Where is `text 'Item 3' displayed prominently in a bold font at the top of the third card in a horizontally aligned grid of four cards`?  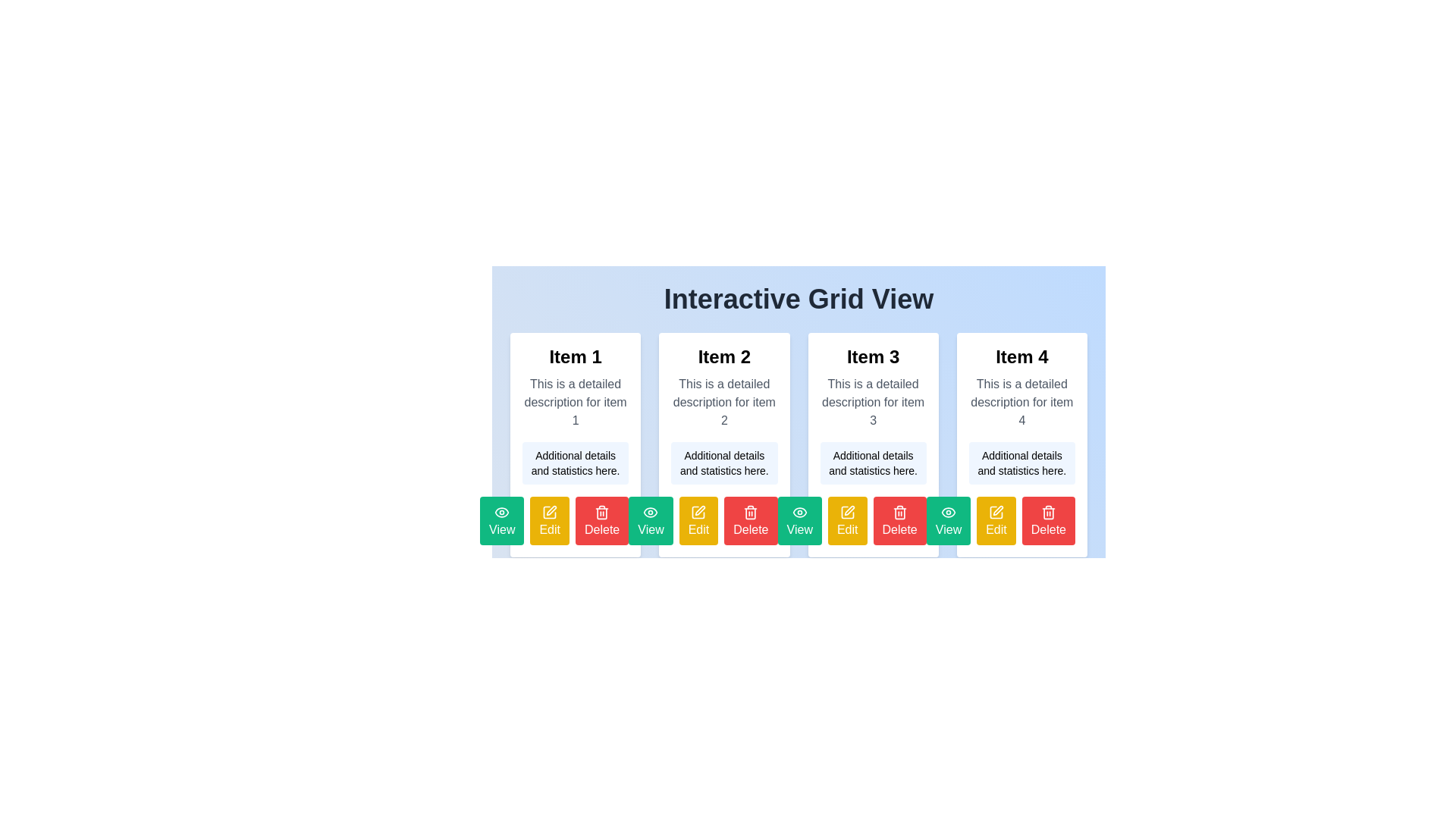 text 'Item 3' displayed prominently in a bold font at the top of the third card in a horizontally aligned grid of four cards is located at coordinates (873, 356).